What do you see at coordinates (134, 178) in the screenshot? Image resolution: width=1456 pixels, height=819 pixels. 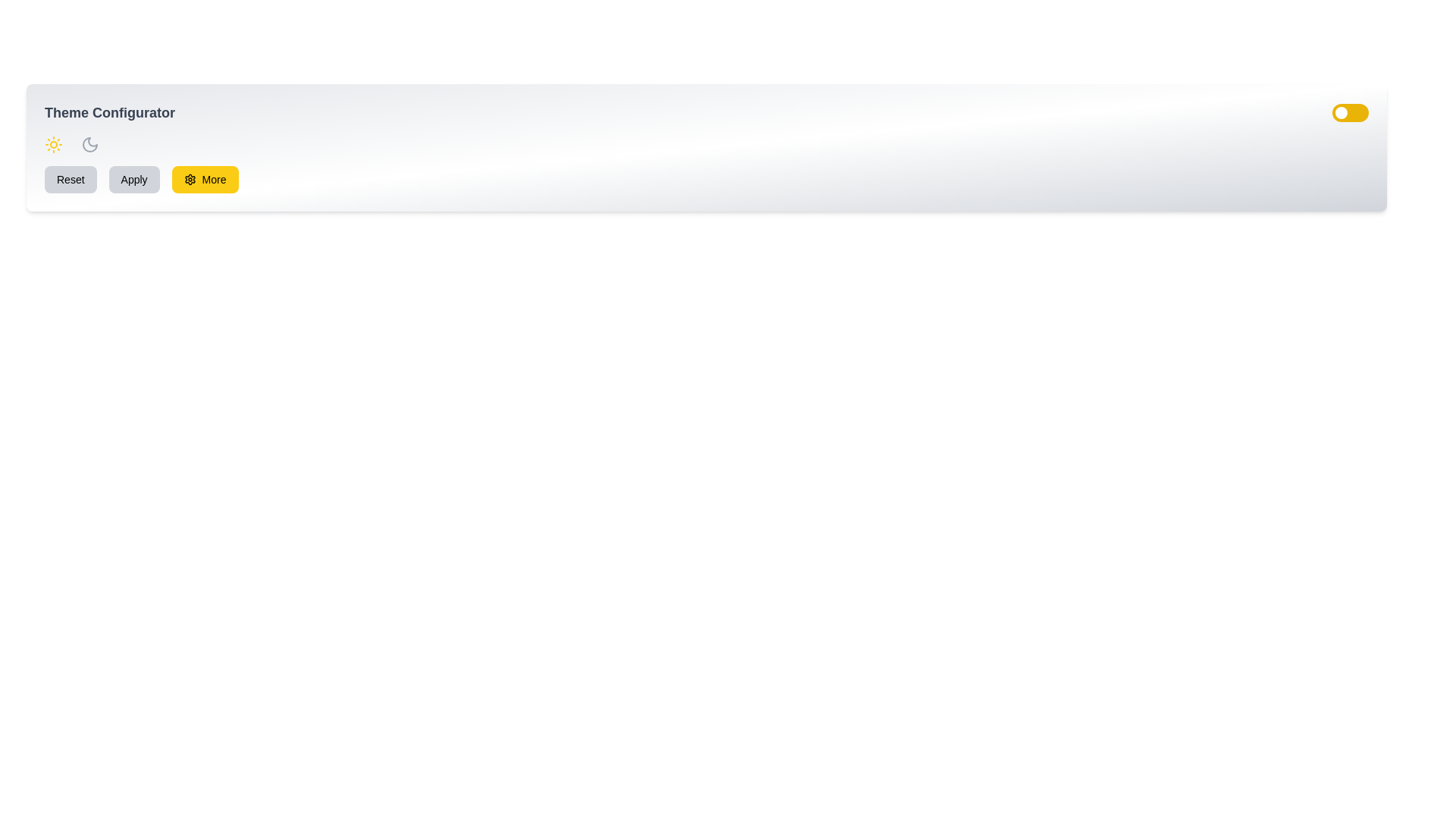 I see `the button located under the 'Theme Configurator' section, which is the second button in a horizontal group of three, to apply the configuration changes` at bounding box center [134, 178].